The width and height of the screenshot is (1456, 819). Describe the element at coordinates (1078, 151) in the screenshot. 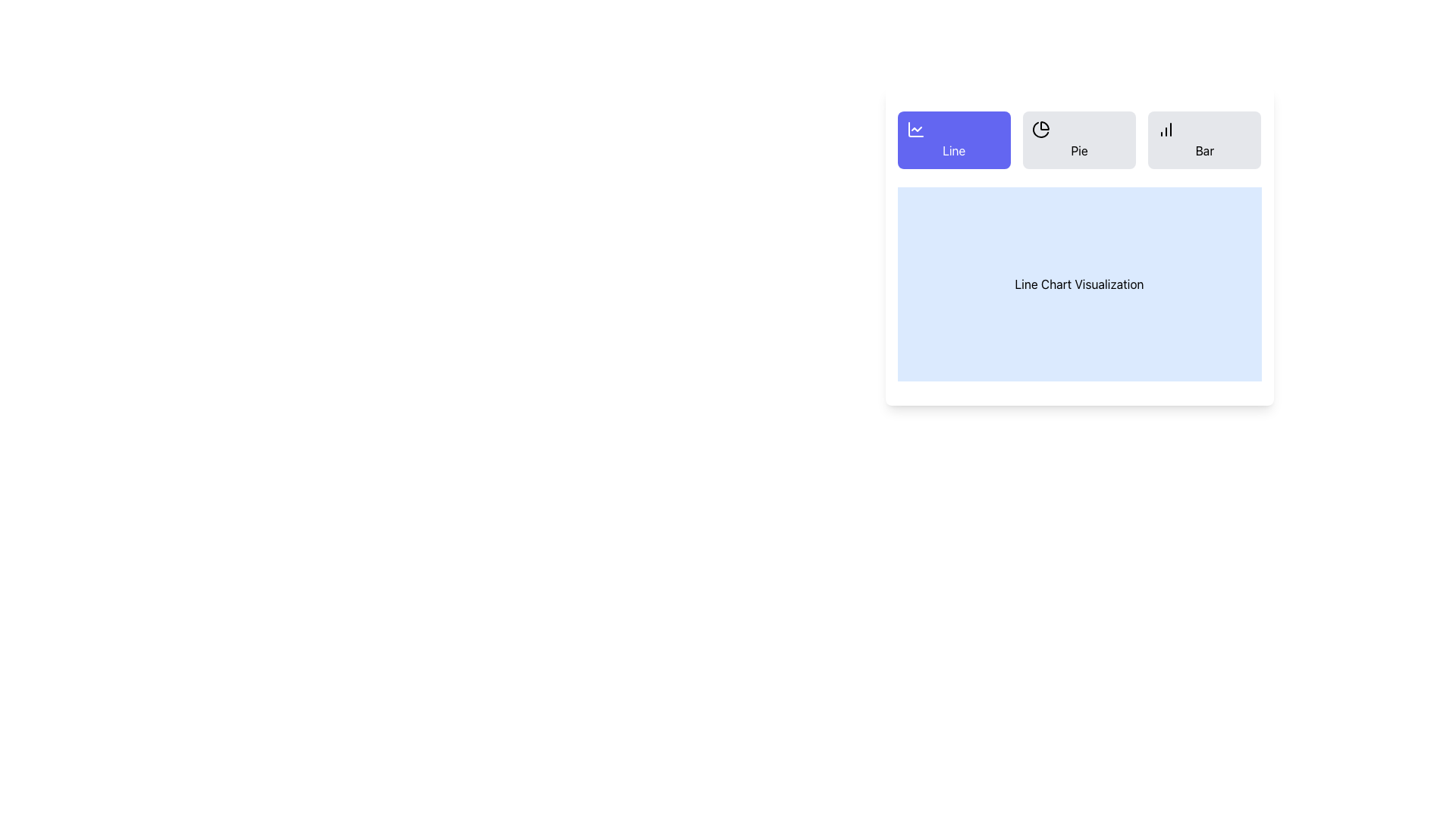

I see `the text label for the button that switches the chart visualization to a pie chart, which is the second button in a group of three buttons` at that location.